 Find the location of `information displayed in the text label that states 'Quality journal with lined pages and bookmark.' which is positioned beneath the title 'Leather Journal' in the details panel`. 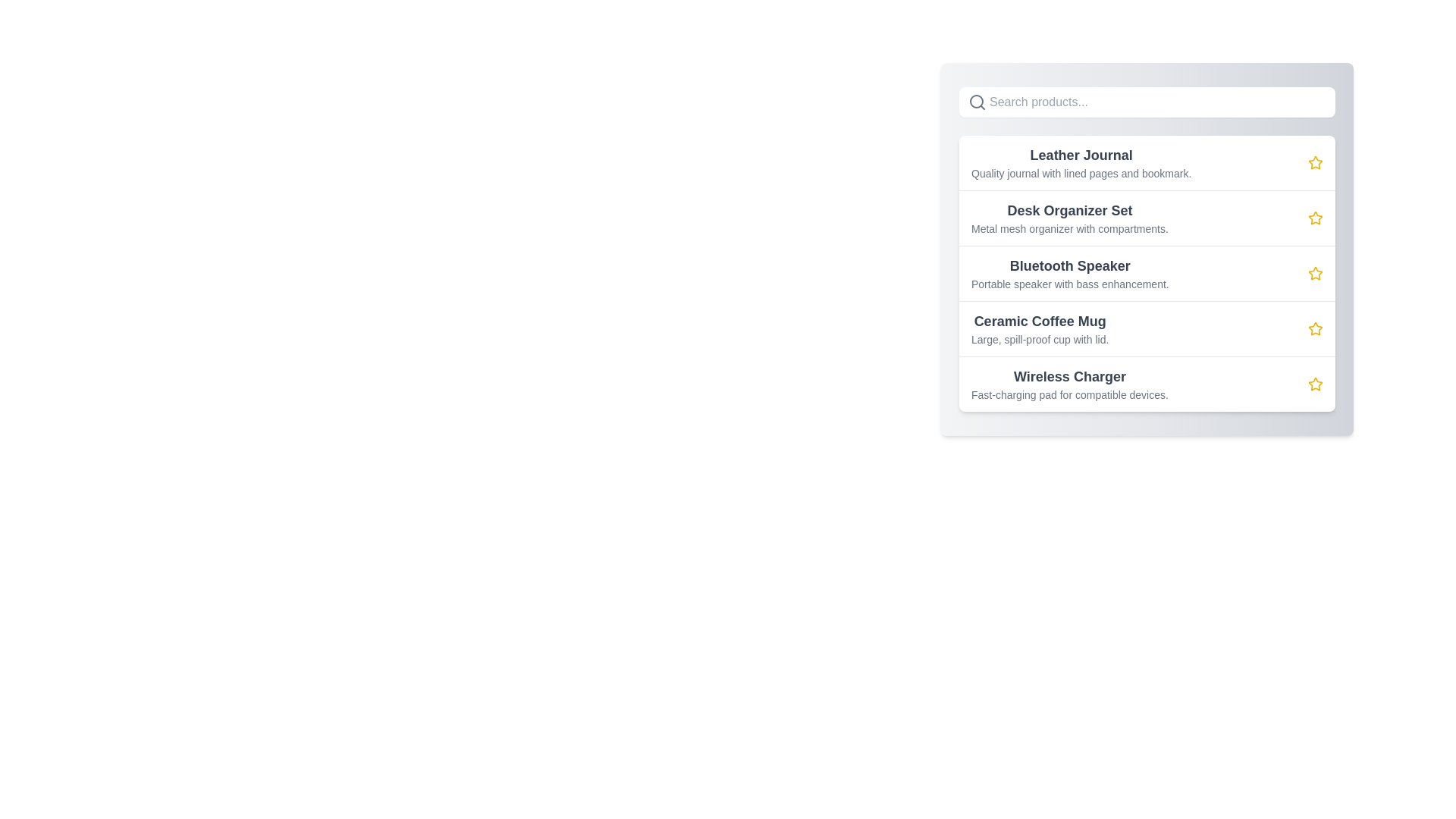

information displayed in the text label that states 'Quality journal with lined pages and bookmark.' which is positioned beneath the title 'Leather Journal' in the details panel is located at coordinates (1081, 172).